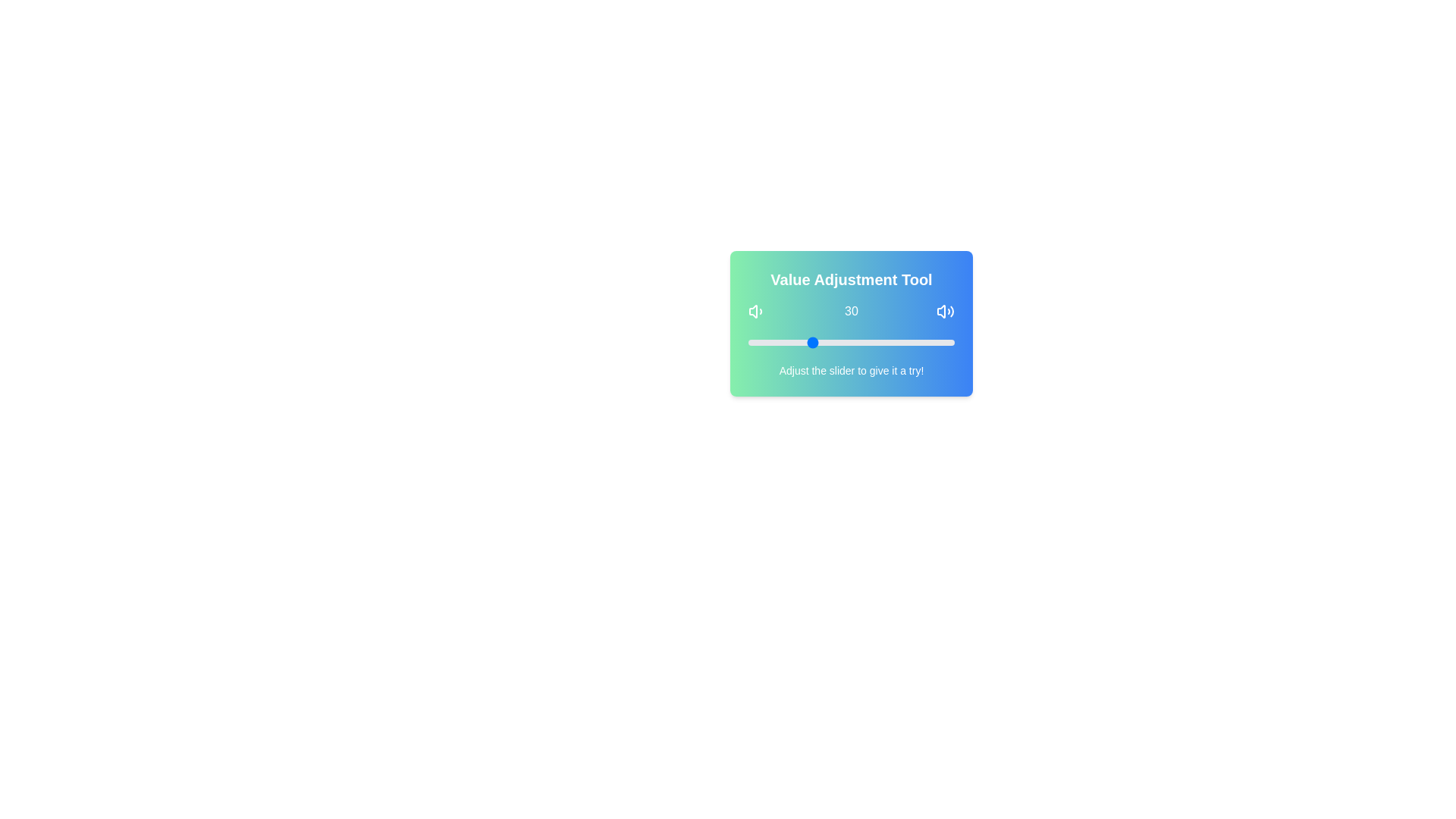  I want to click on the slider, so click(888, 342).